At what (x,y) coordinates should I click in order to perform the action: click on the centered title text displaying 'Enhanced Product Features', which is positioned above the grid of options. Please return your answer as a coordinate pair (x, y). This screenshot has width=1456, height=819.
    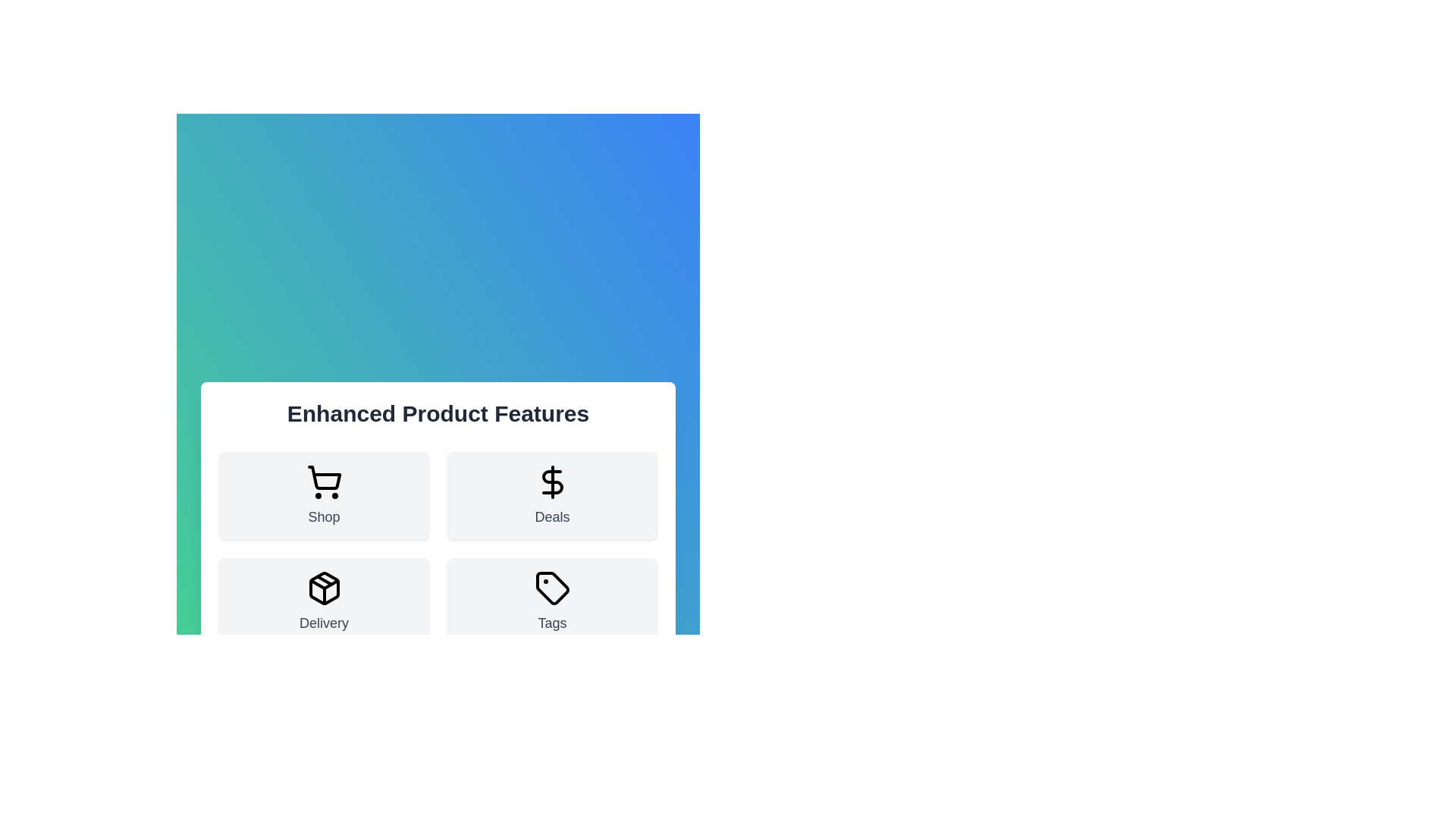
    Looking at the image, I should click on (437, 414).